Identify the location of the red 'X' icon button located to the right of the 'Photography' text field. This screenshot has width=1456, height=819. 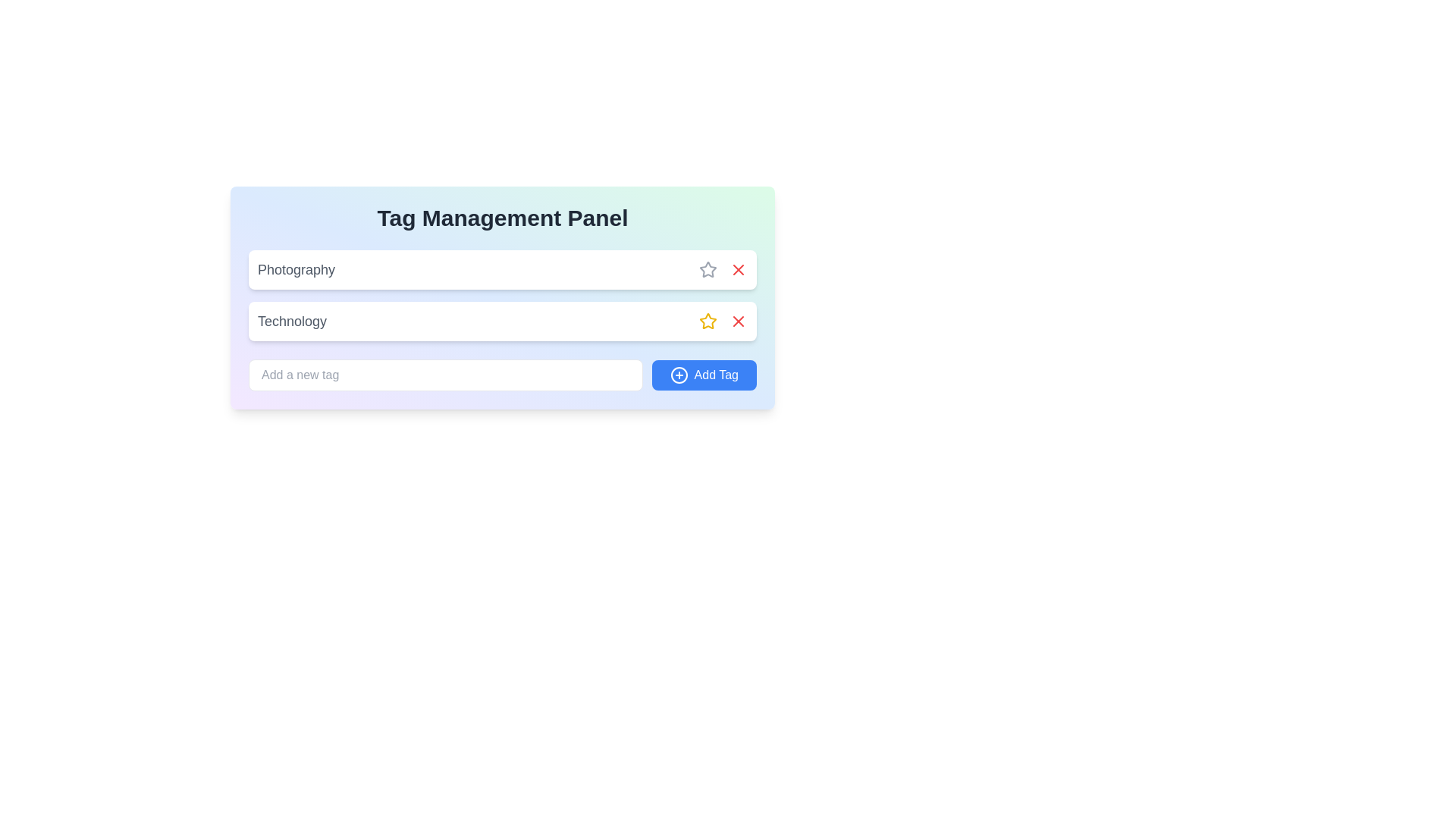
(739, 268).